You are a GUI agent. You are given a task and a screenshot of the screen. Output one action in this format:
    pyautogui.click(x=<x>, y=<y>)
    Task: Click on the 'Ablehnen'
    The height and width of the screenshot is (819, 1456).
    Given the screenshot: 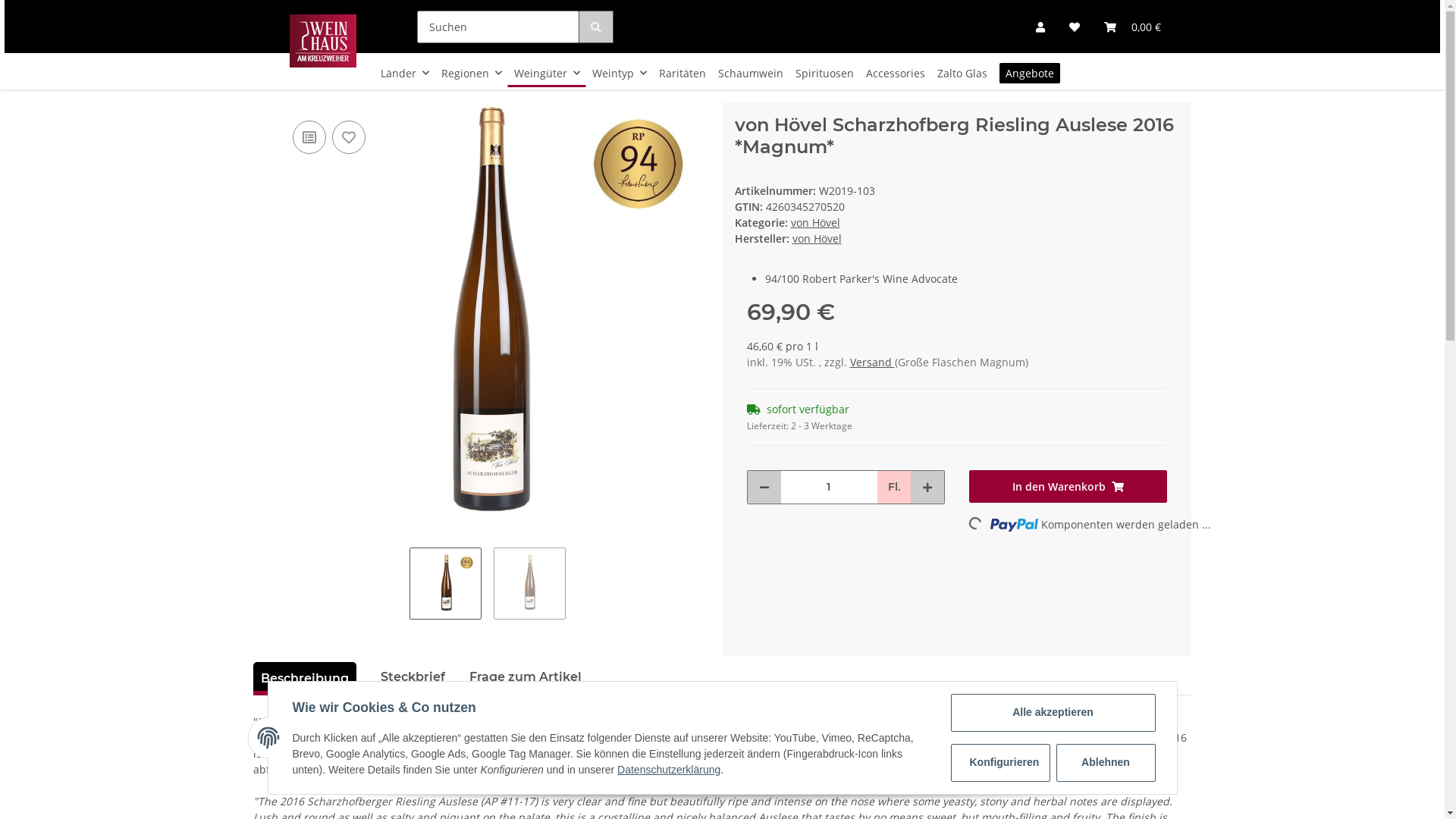 What is the action you would take?
    pyautogui.click(x=1105, y=763)
    